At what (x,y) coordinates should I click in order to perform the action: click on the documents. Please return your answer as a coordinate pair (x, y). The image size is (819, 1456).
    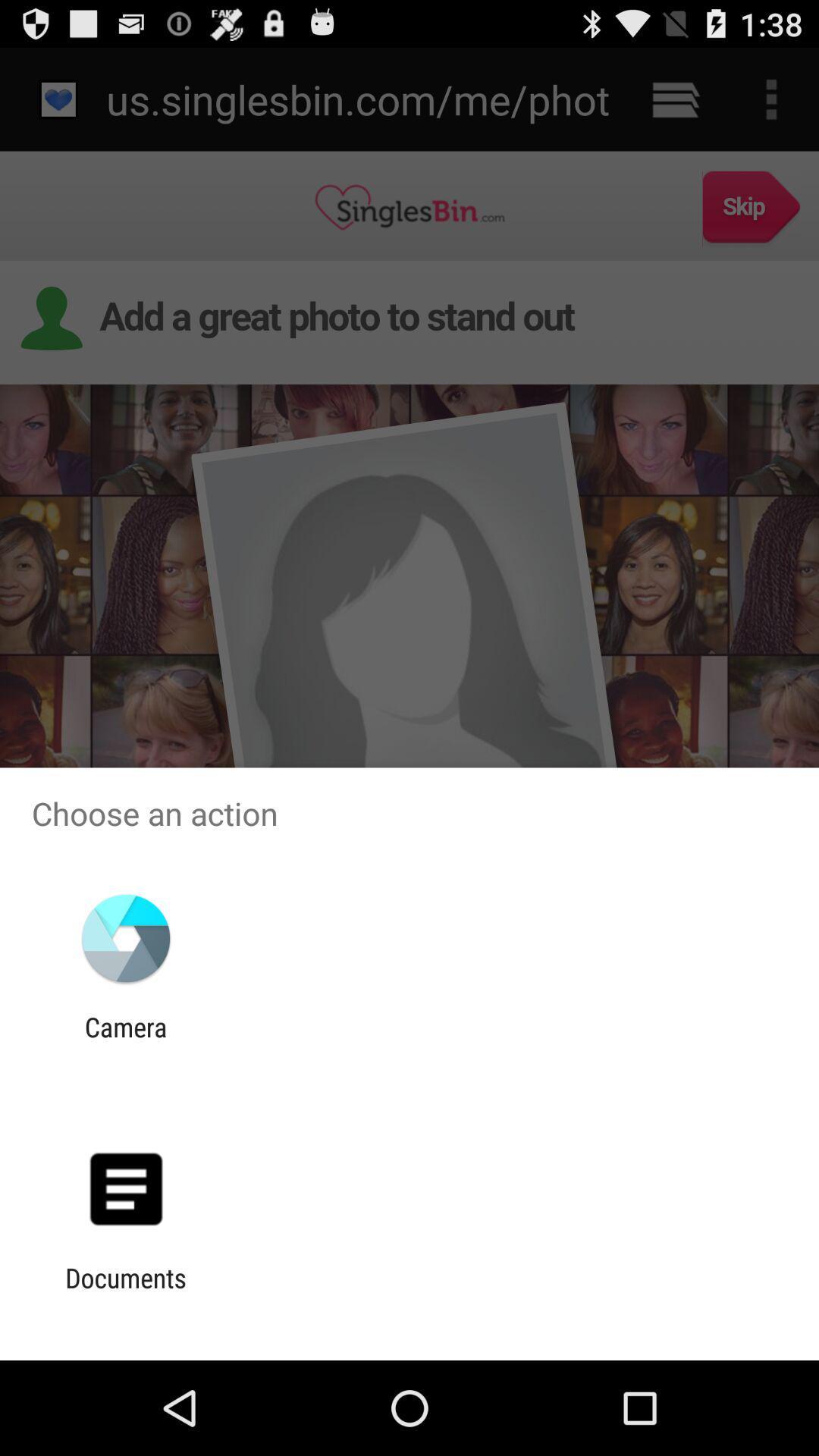
    Looking at the image, I should click on (125, 1293).